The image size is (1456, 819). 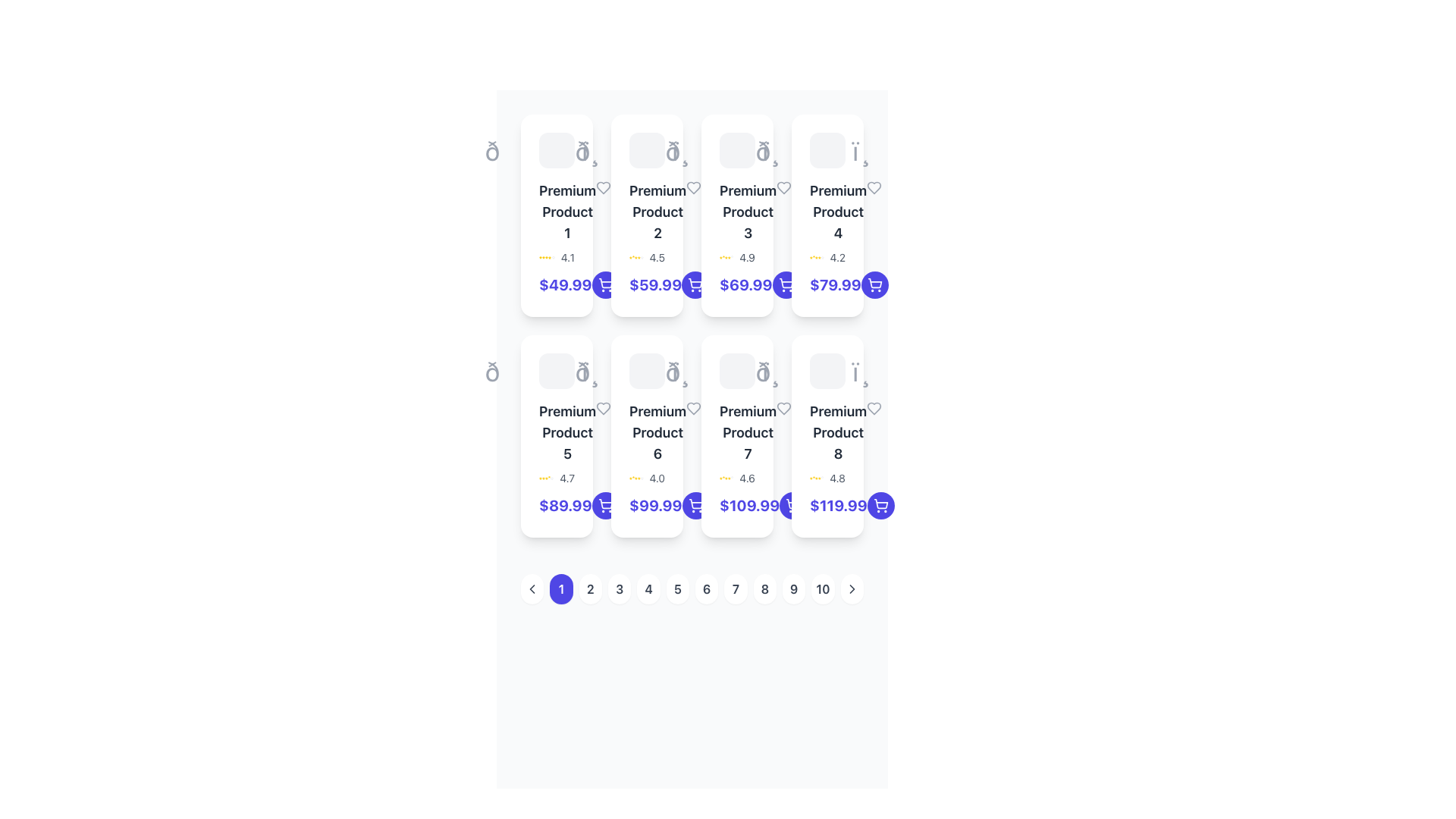 What do you see at coordinates (604, 506) in the screenshot?
I see `the shopping cart icon located in the clickable blue circular button at the bottom right corner of the 'Premium Product 6' card` at bounding box center [604, 506].